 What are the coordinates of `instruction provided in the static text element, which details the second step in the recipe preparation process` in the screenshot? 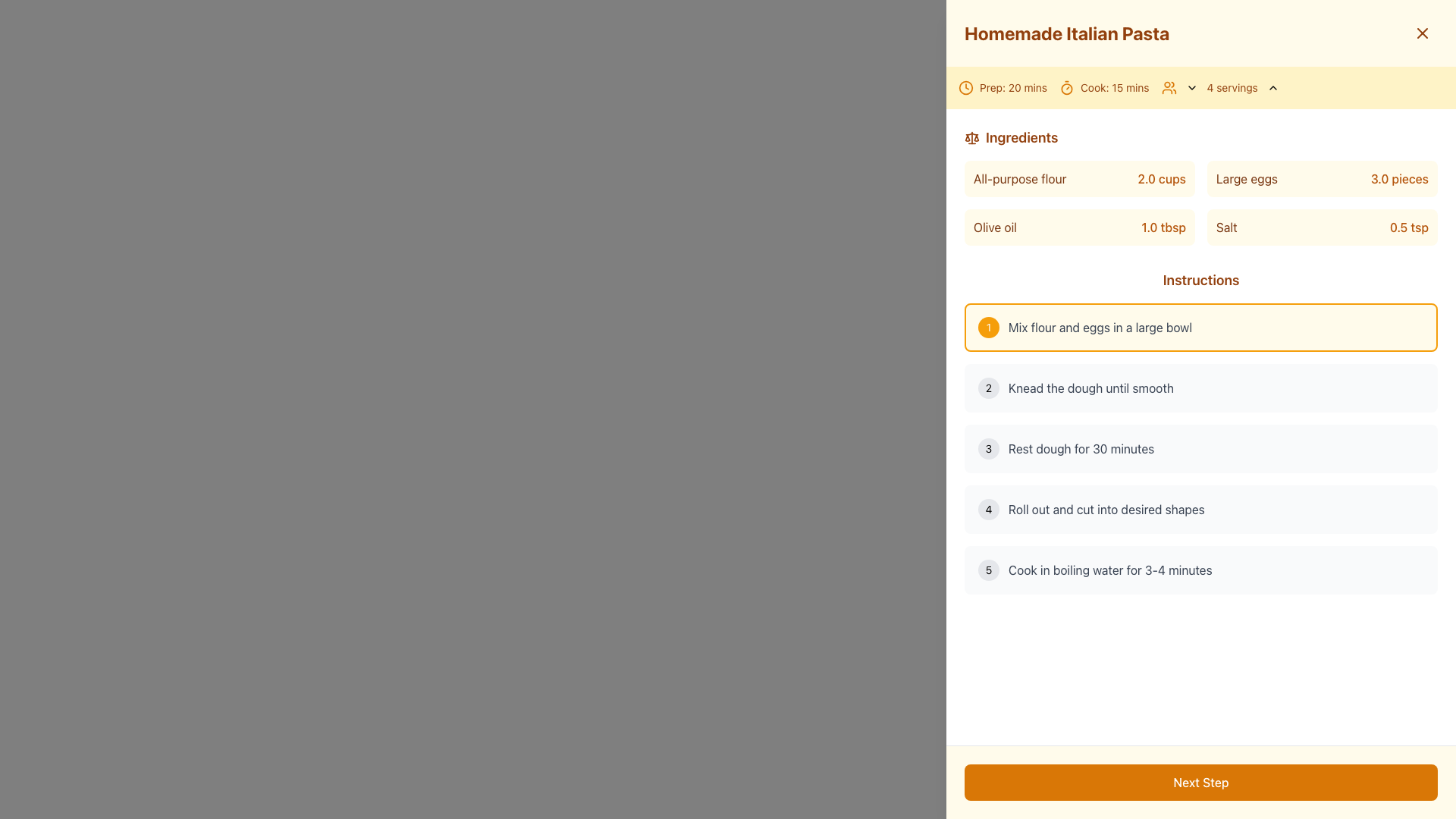 It's located at (1090, 388).